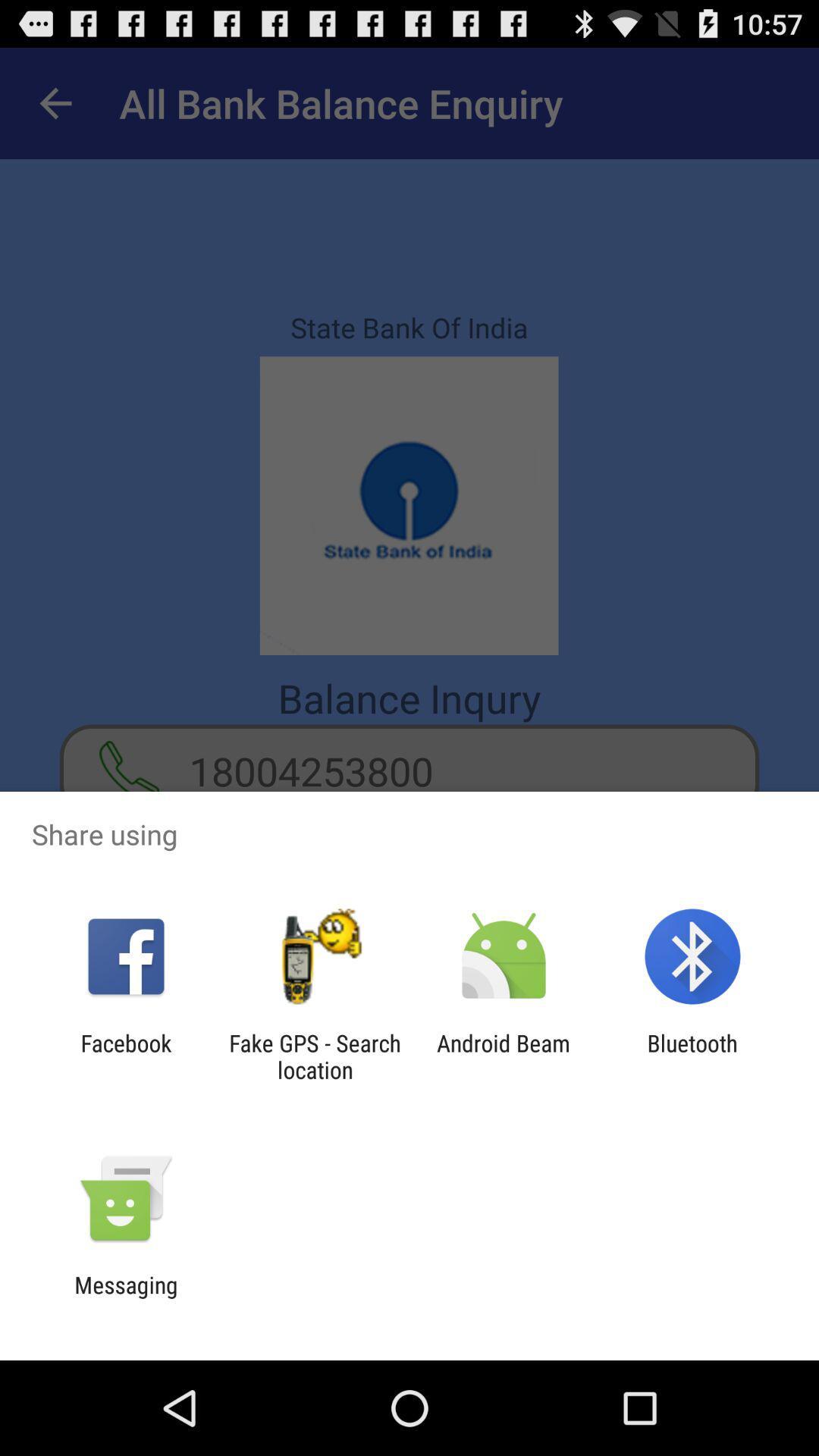 The image size is (819, 1456). Describe the element at coordinates (504, 1056) in the screenshot. I see `the android beam item` at that location.